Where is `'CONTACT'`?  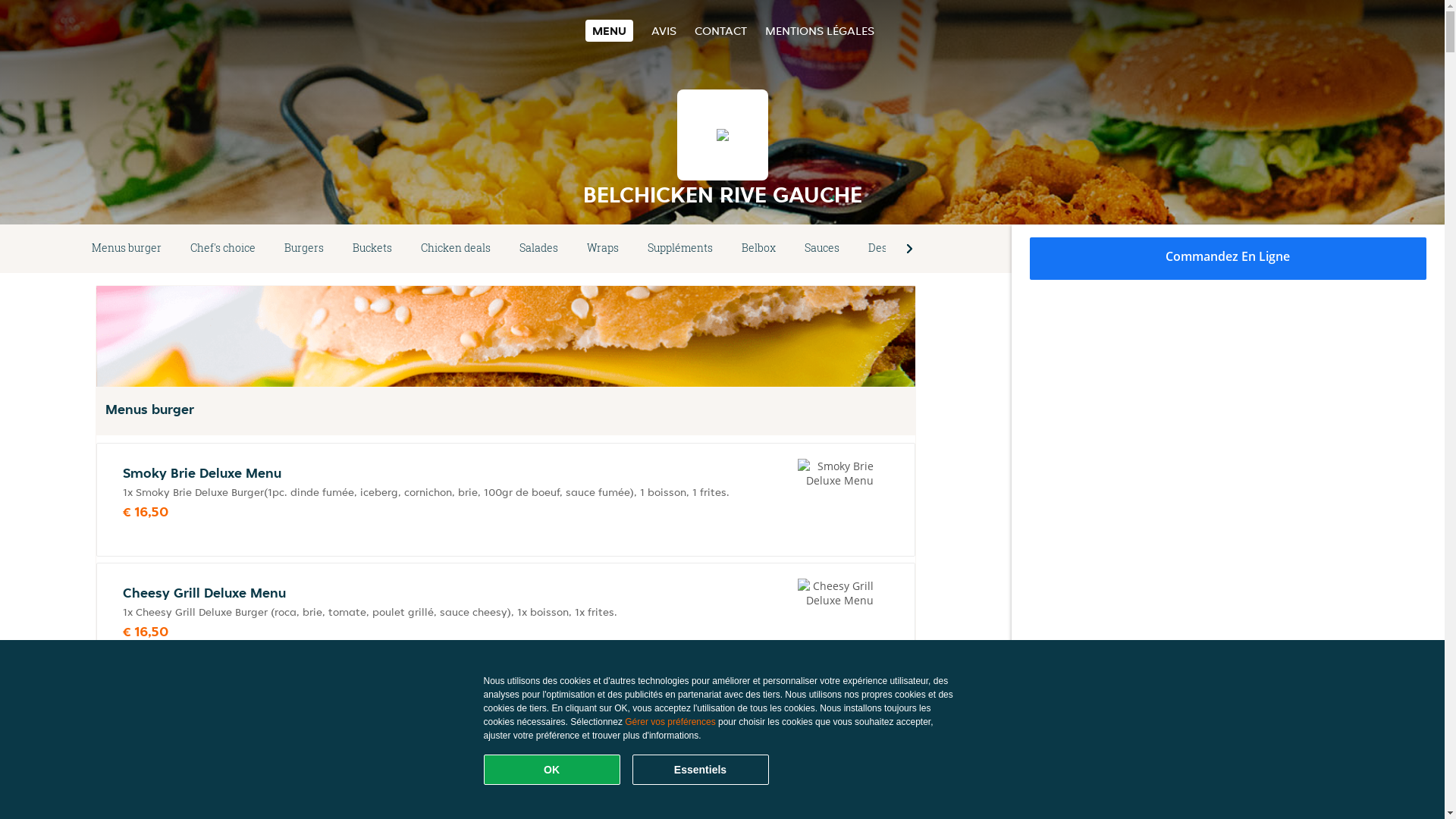
'CONTACT' is located at coordinates (720, 30).